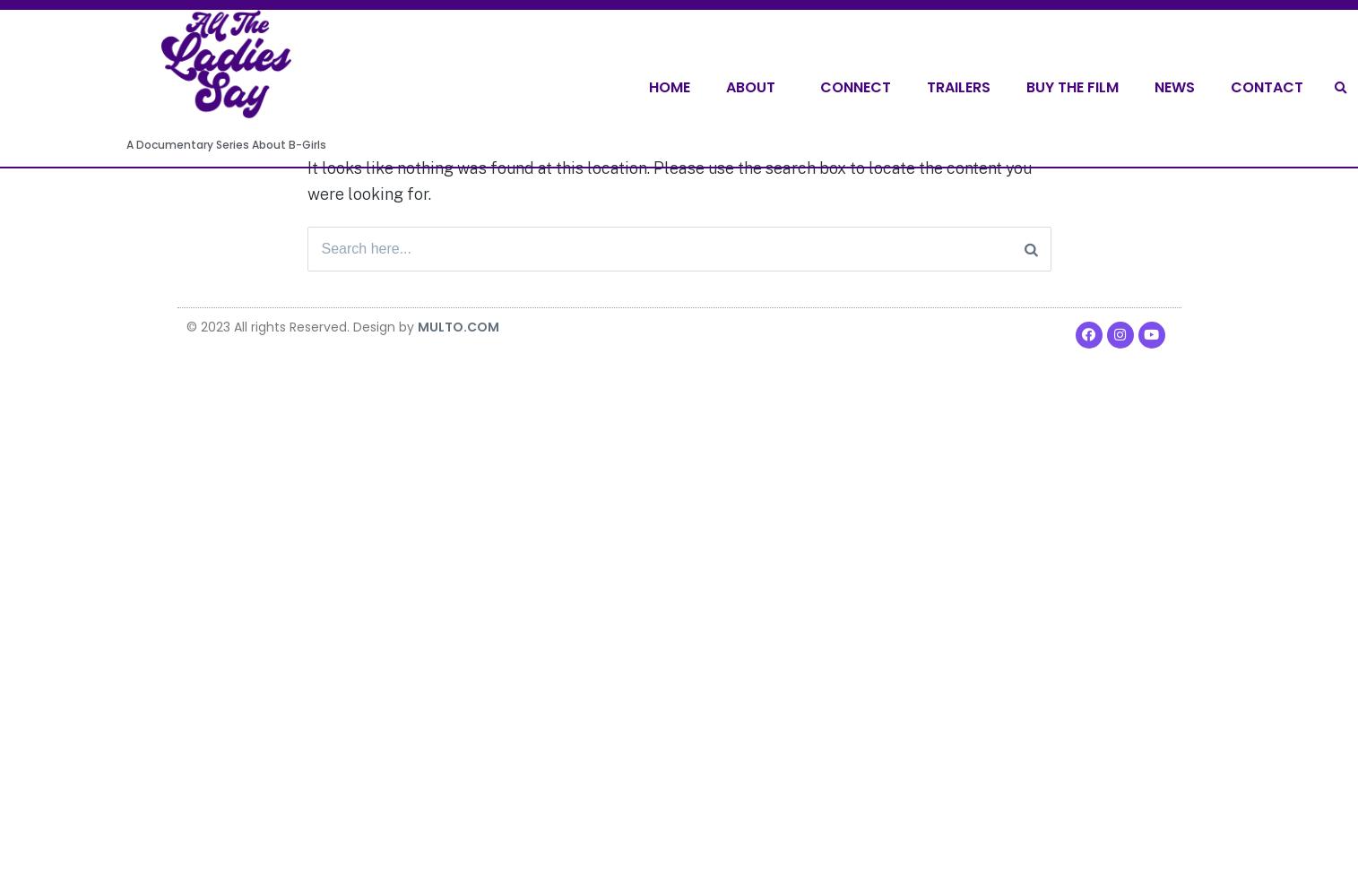  I want to click on 'Connect', so click(855, 86).